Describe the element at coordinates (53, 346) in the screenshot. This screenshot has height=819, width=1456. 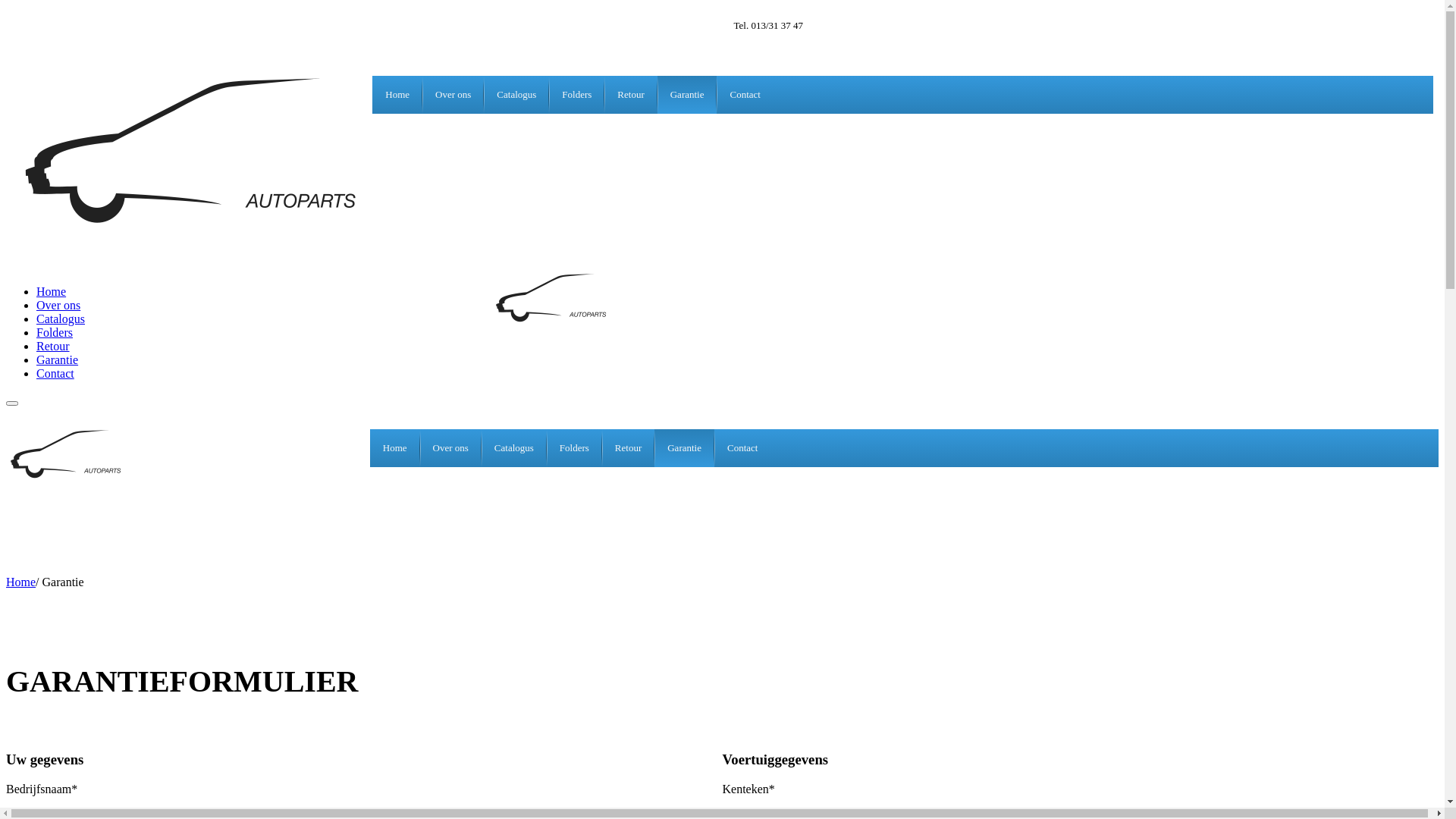
I see `'Retour'` at that location.